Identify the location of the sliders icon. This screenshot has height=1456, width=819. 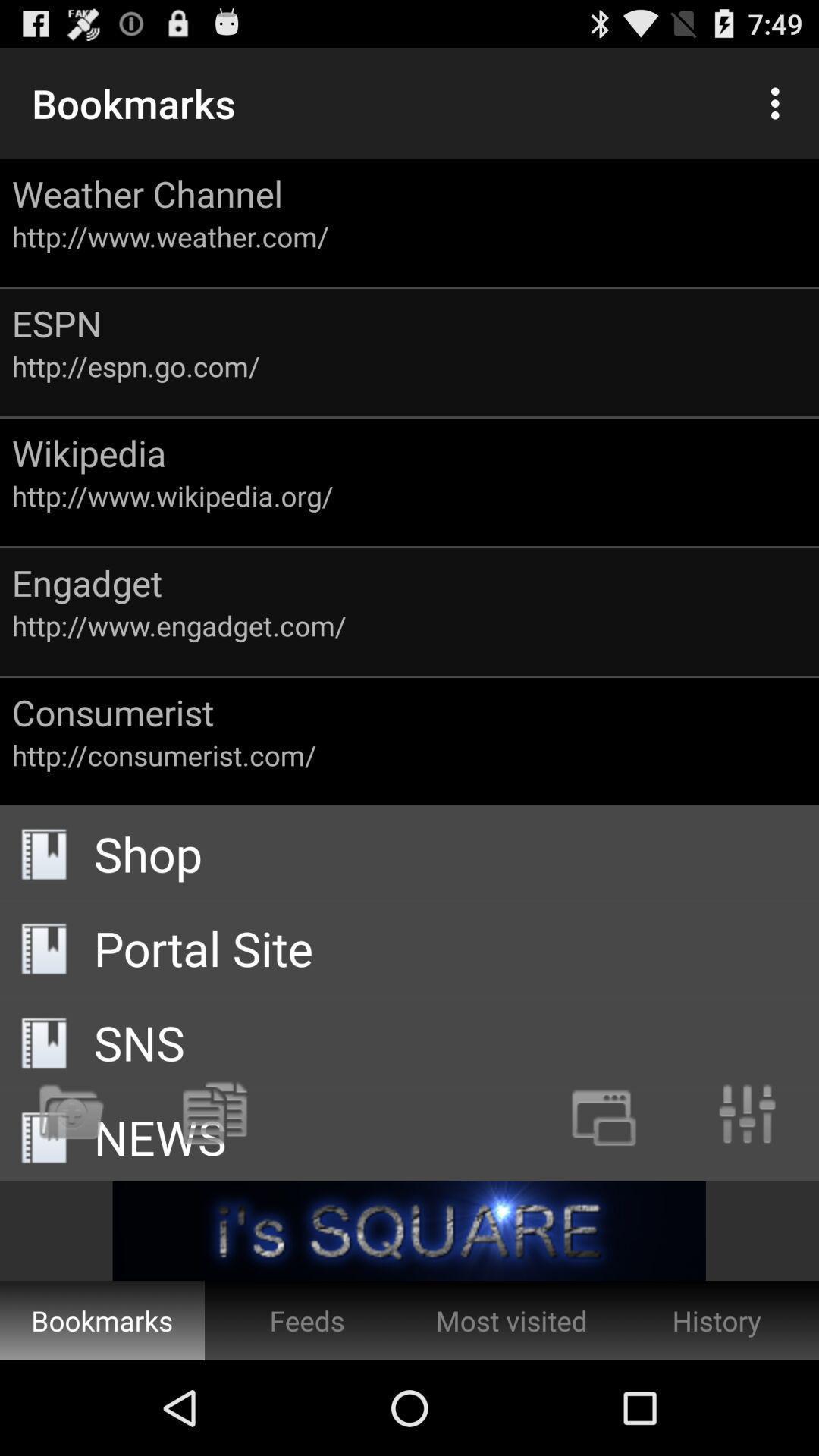
(746, 1191).